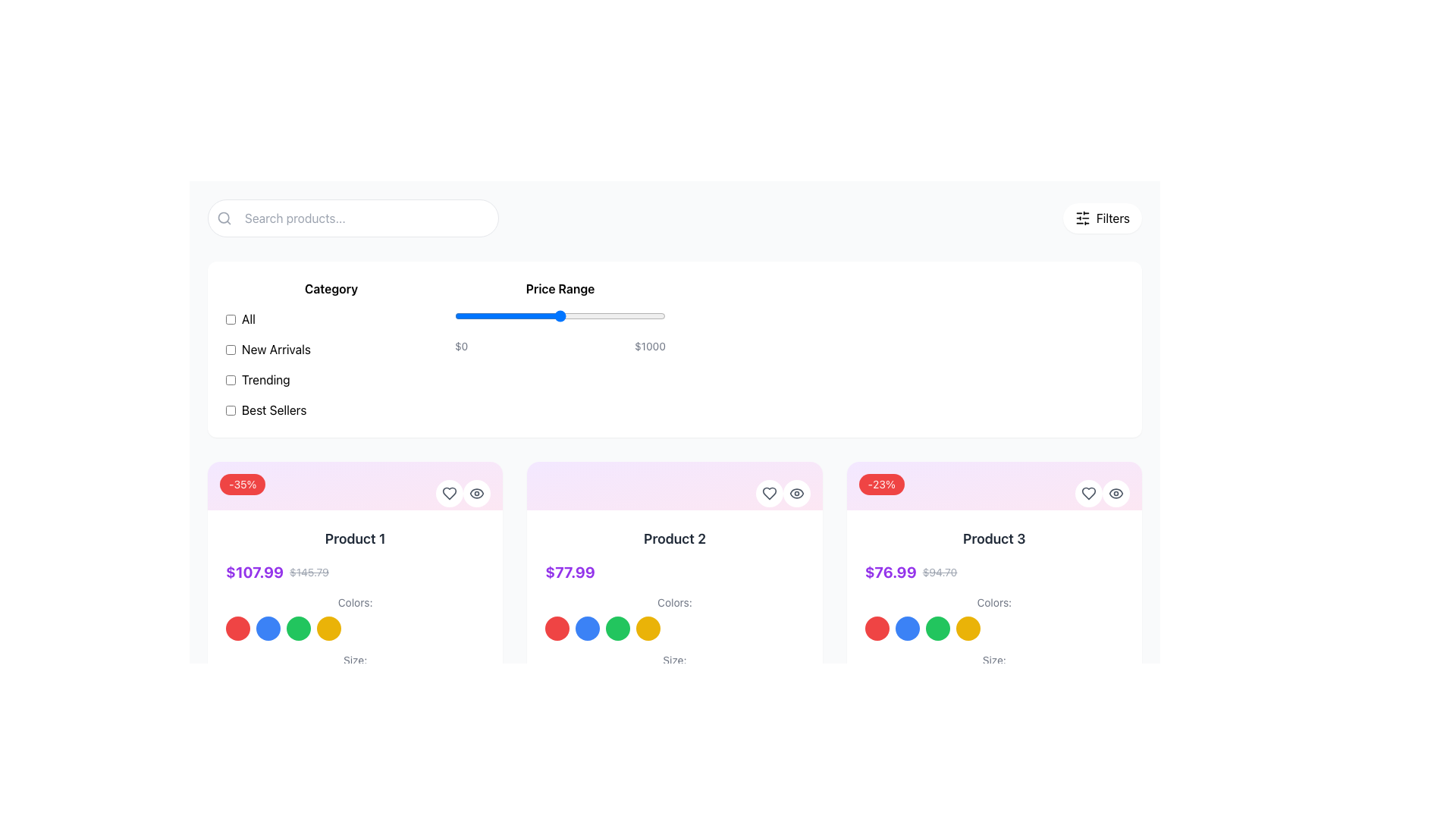 The image size is (1456, 819). I want to click on the Text label that indicates color selection options in the second product card, located above the circular color swatches and below the product price section, so click(673, 601).